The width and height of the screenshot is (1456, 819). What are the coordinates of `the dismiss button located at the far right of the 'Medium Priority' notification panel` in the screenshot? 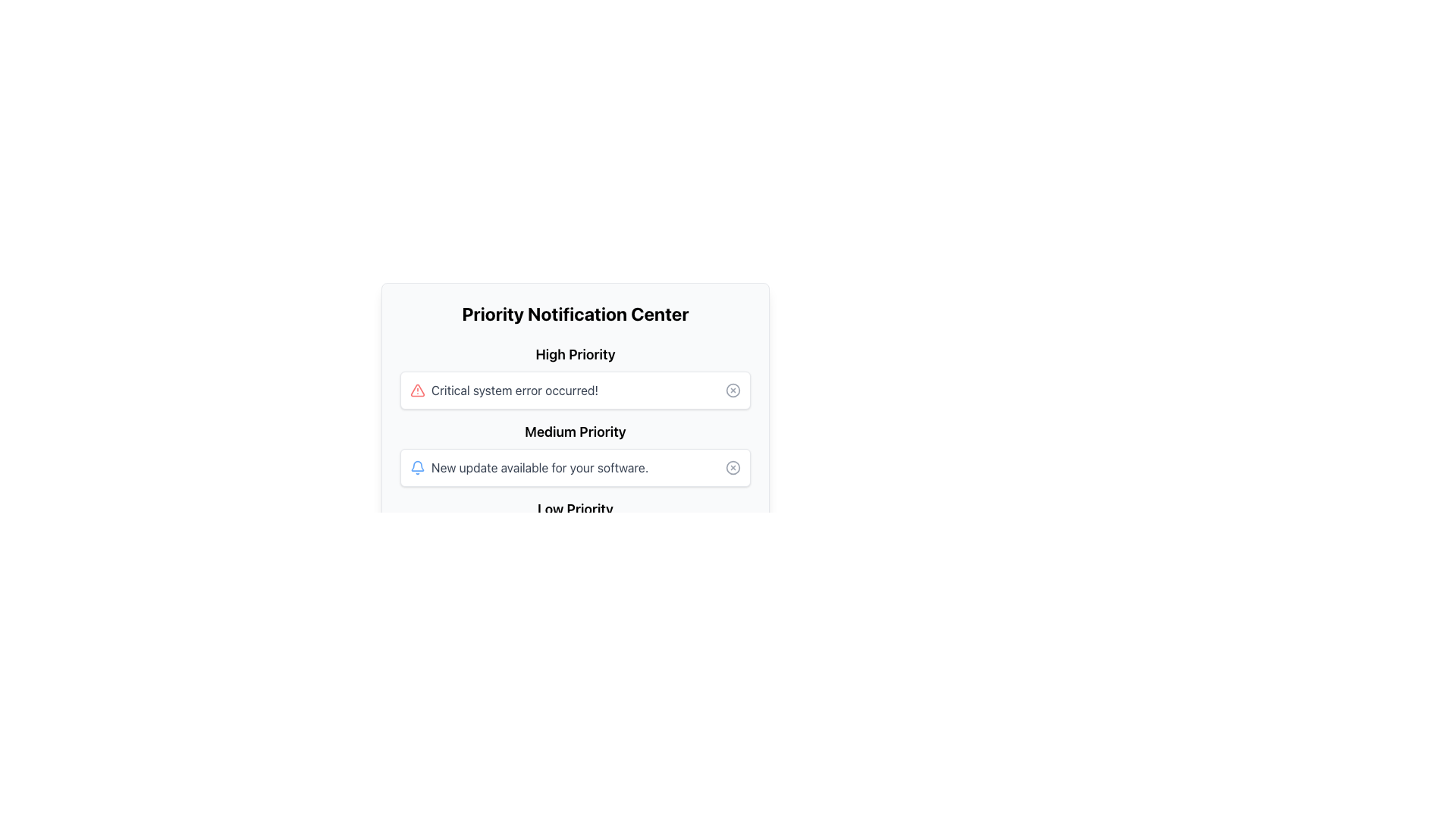 It's located at (733, 467).